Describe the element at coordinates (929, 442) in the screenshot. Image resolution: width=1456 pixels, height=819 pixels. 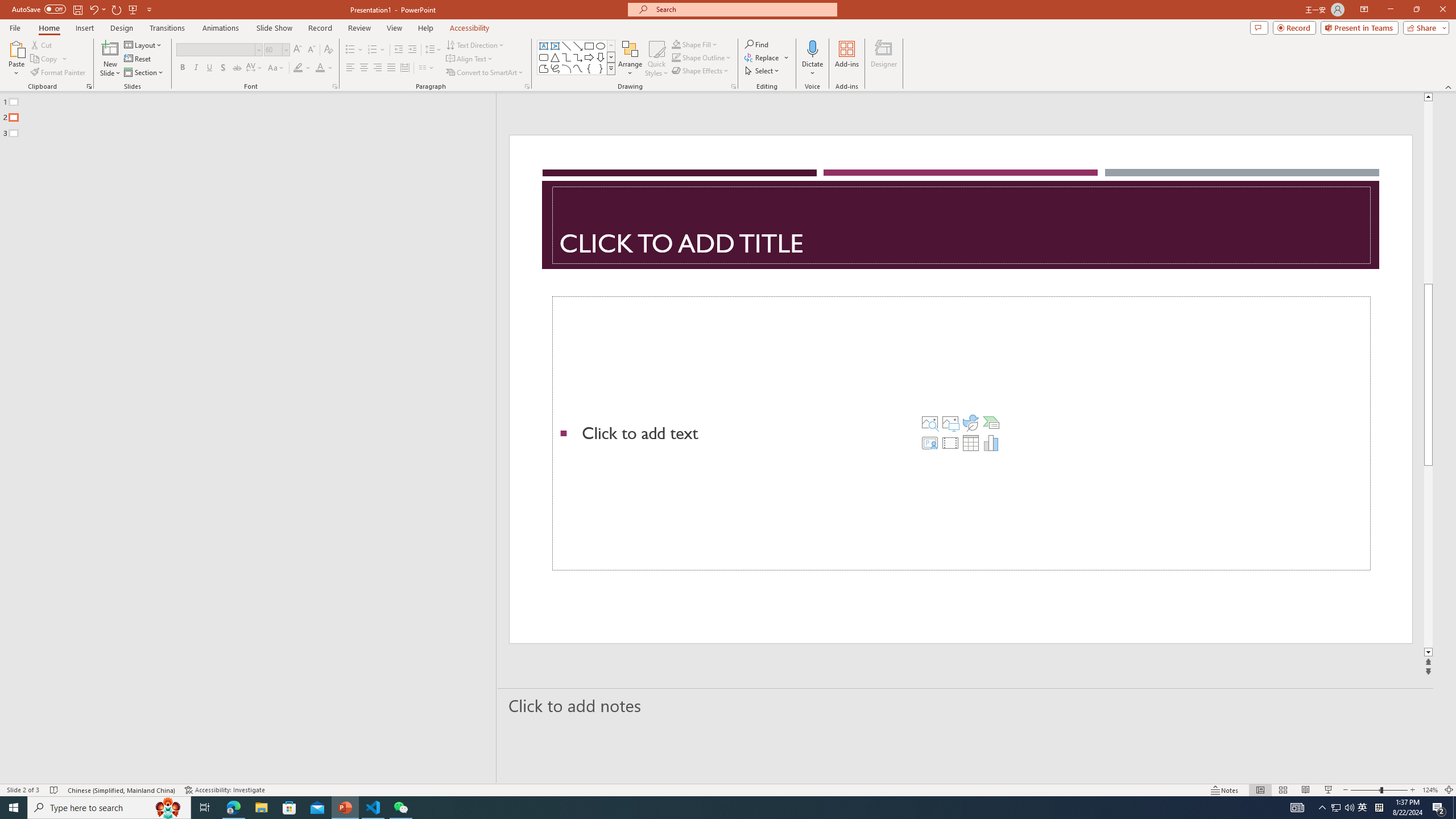
I see `'Insert Cameo'` at that location.